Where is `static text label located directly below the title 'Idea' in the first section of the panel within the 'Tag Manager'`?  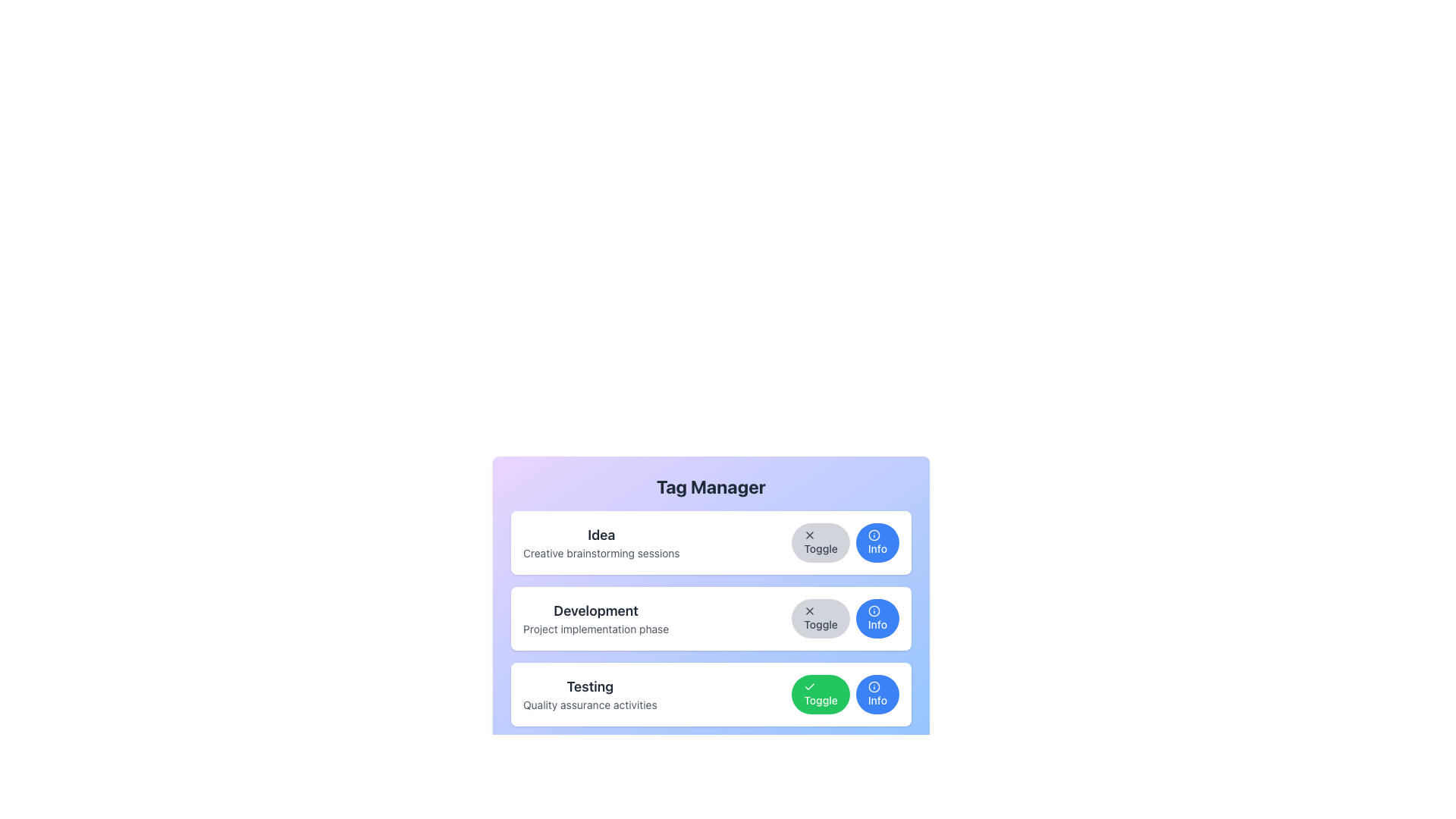 static text label located directly below the title 'Idea' in the first section of the panel within the 'Tag Manager' is located at coordinates (601, 553).